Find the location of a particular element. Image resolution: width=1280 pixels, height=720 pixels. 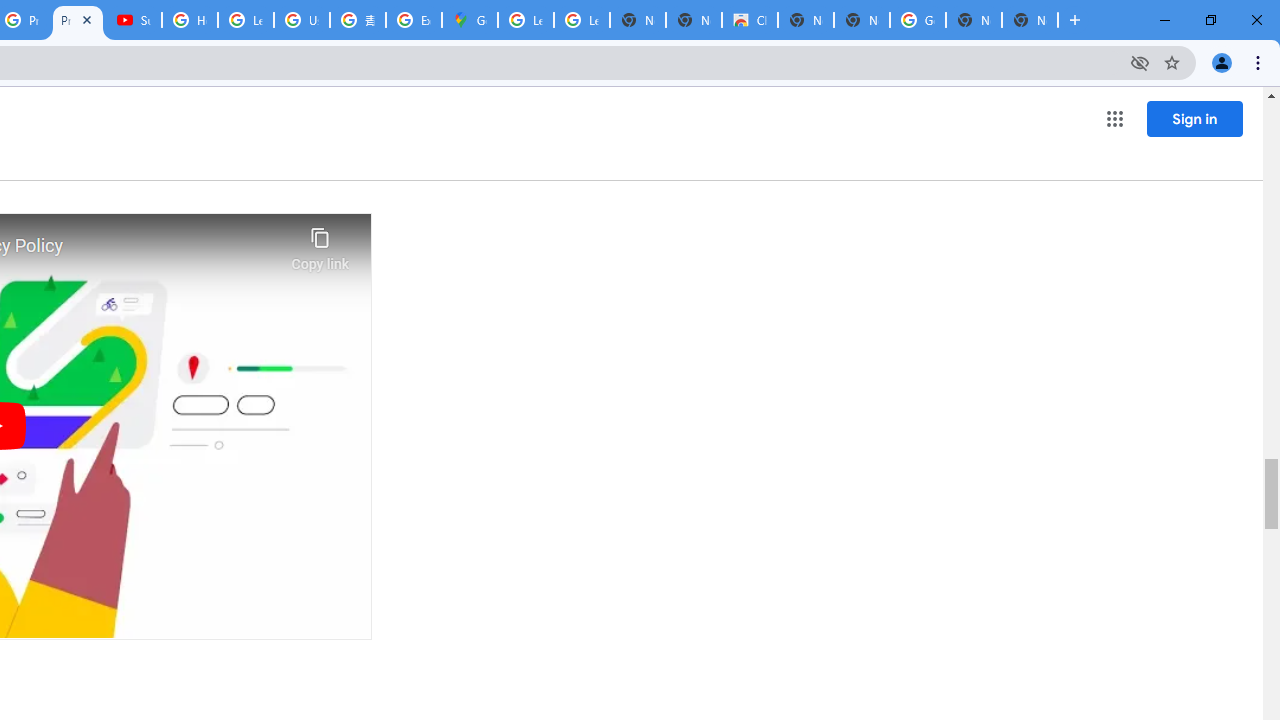

'Google Maps' is located at coordinates (468, 20).